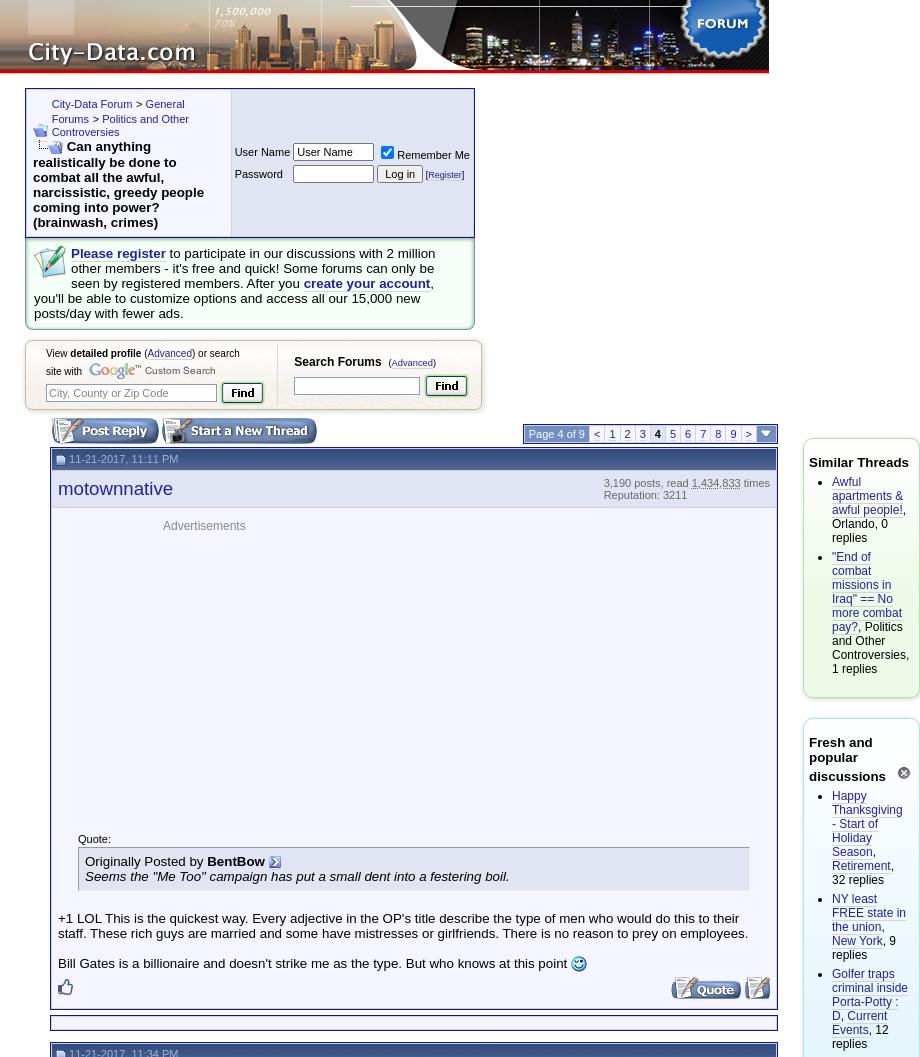 The width and height of the screenshot is (920, 1057). What do you see at coordinates (755, 481) in the screenshot?
I see `'times'` at bounding box center [755, 481].